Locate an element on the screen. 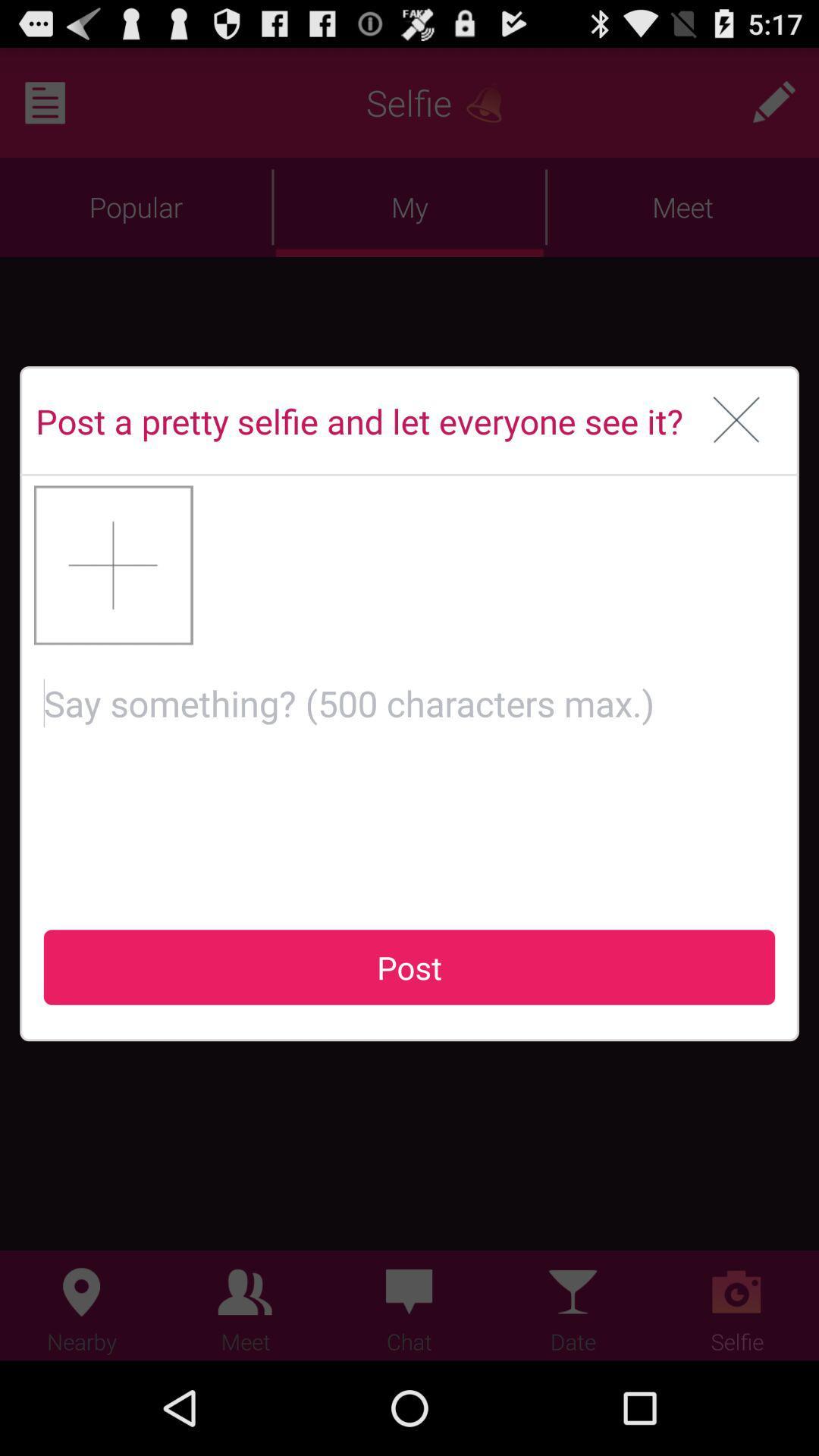 Image resolution: width=819 pixels, height=1456 pixels. typing box is located at coordinates (409, 774).